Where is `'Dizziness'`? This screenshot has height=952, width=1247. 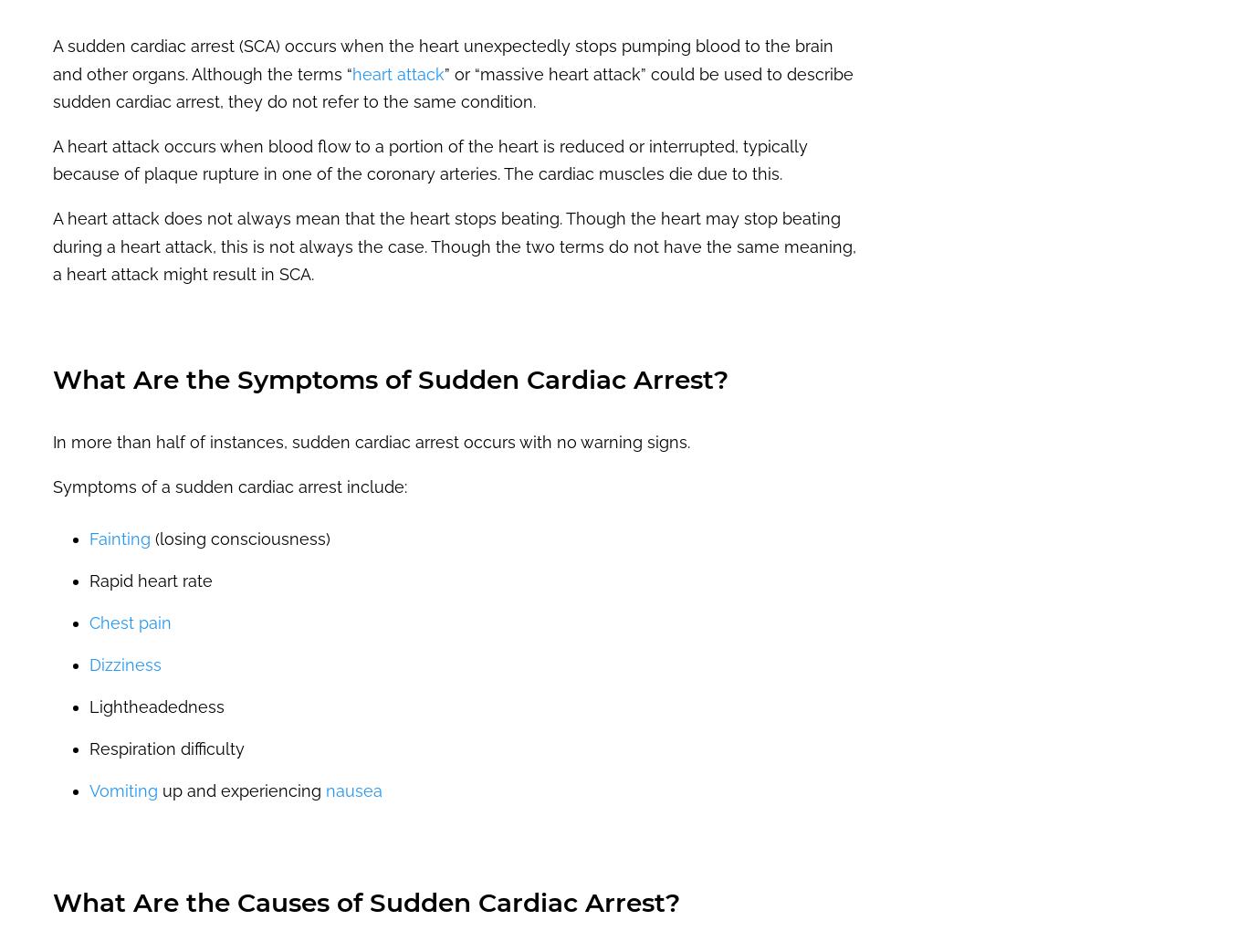 'Dizziness' is located at coordinates (124, 664).